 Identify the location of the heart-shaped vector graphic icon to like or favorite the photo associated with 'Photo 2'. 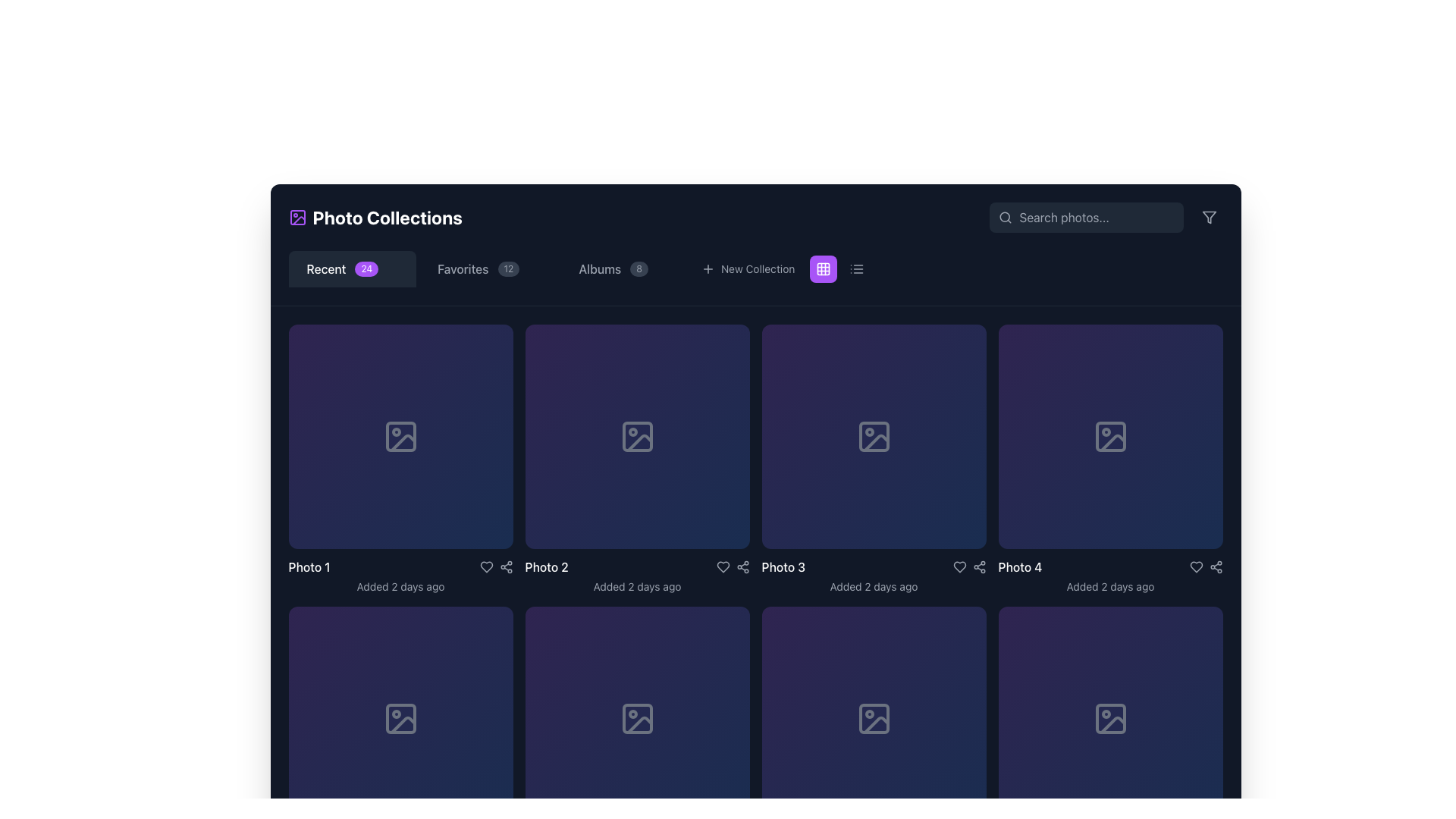
(486, 567).